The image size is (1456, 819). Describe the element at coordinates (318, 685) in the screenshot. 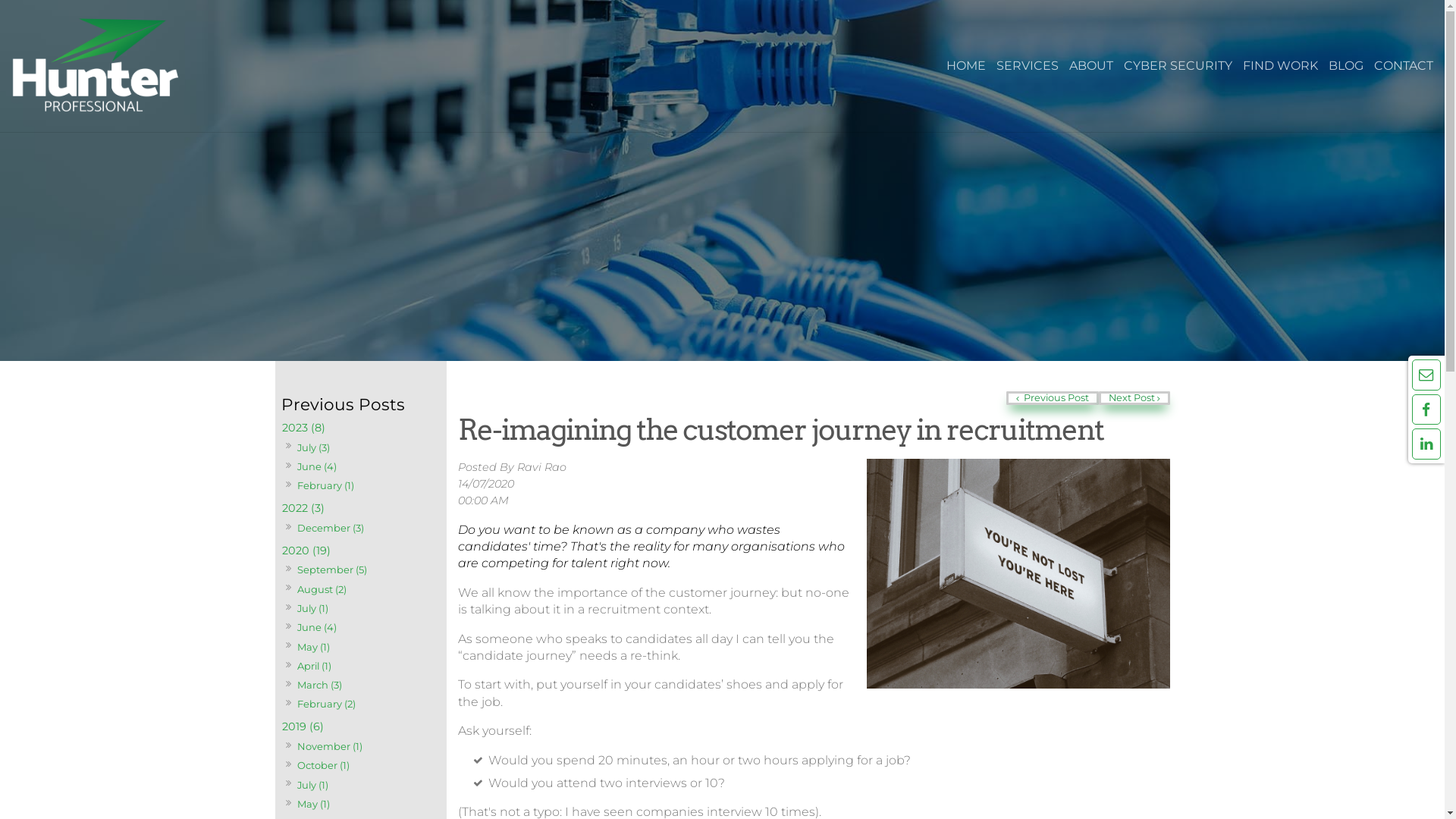

I see `'March (3)'` at that location.